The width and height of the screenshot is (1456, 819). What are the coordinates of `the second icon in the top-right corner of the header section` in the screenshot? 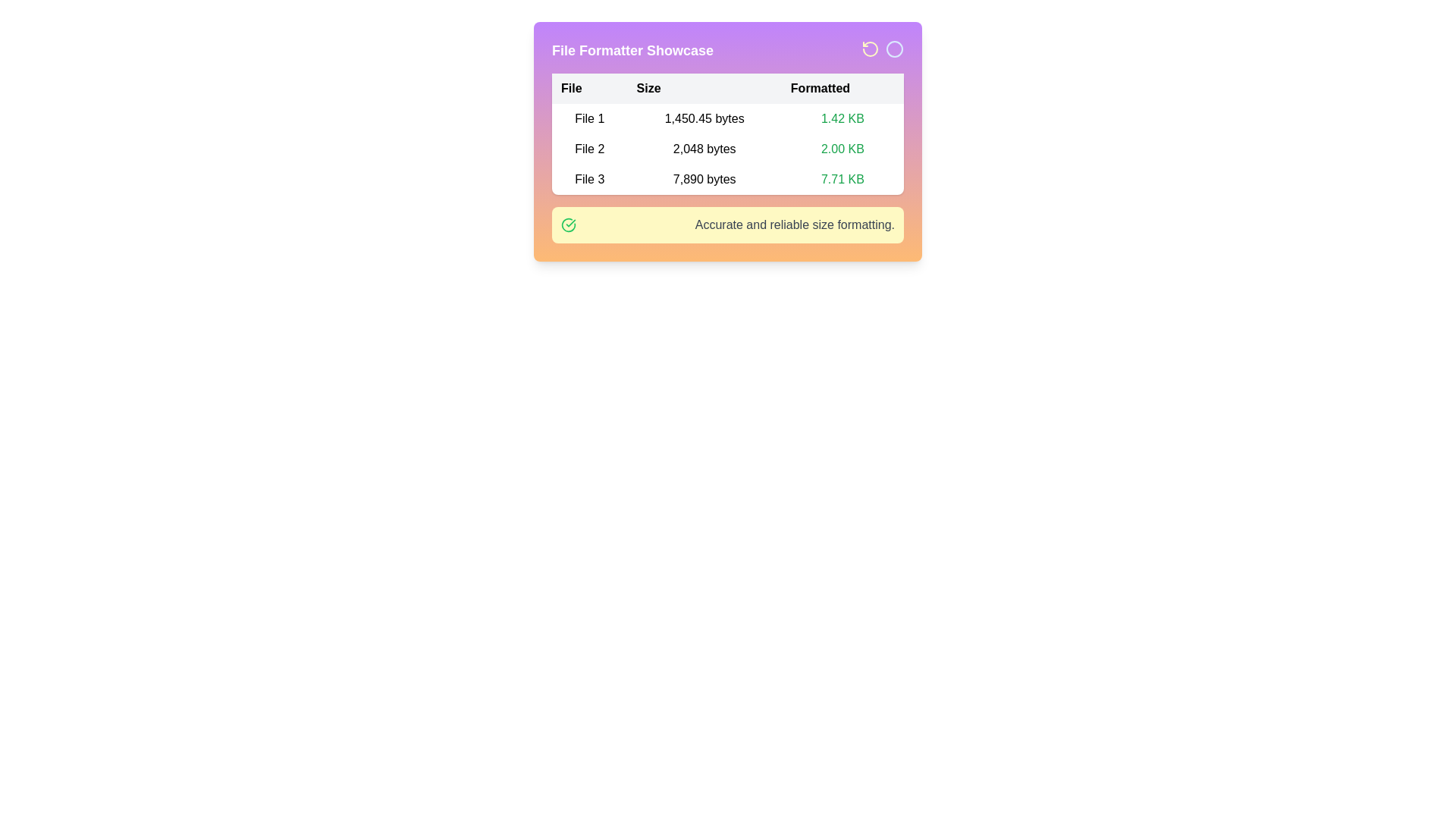 It's located at (895, 49).